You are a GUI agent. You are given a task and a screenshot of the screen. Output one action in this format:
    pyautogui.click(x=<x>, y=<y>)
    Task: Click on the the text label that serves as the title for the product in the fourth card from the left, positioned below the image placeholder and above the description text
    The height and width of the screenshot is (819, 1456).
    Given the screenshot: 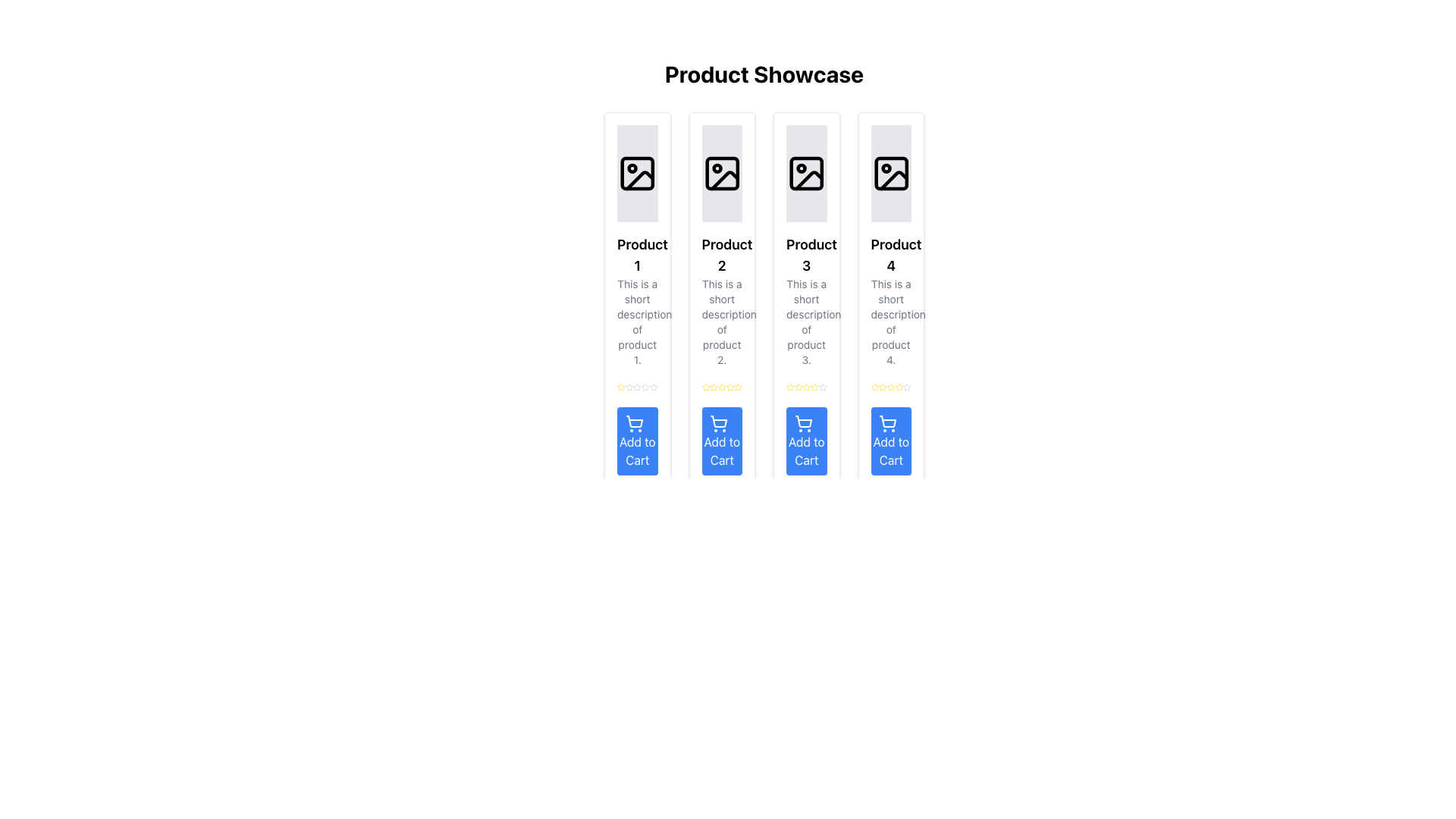 What is the action you would take?
    pyautogui.click(x=891, y=254)
    